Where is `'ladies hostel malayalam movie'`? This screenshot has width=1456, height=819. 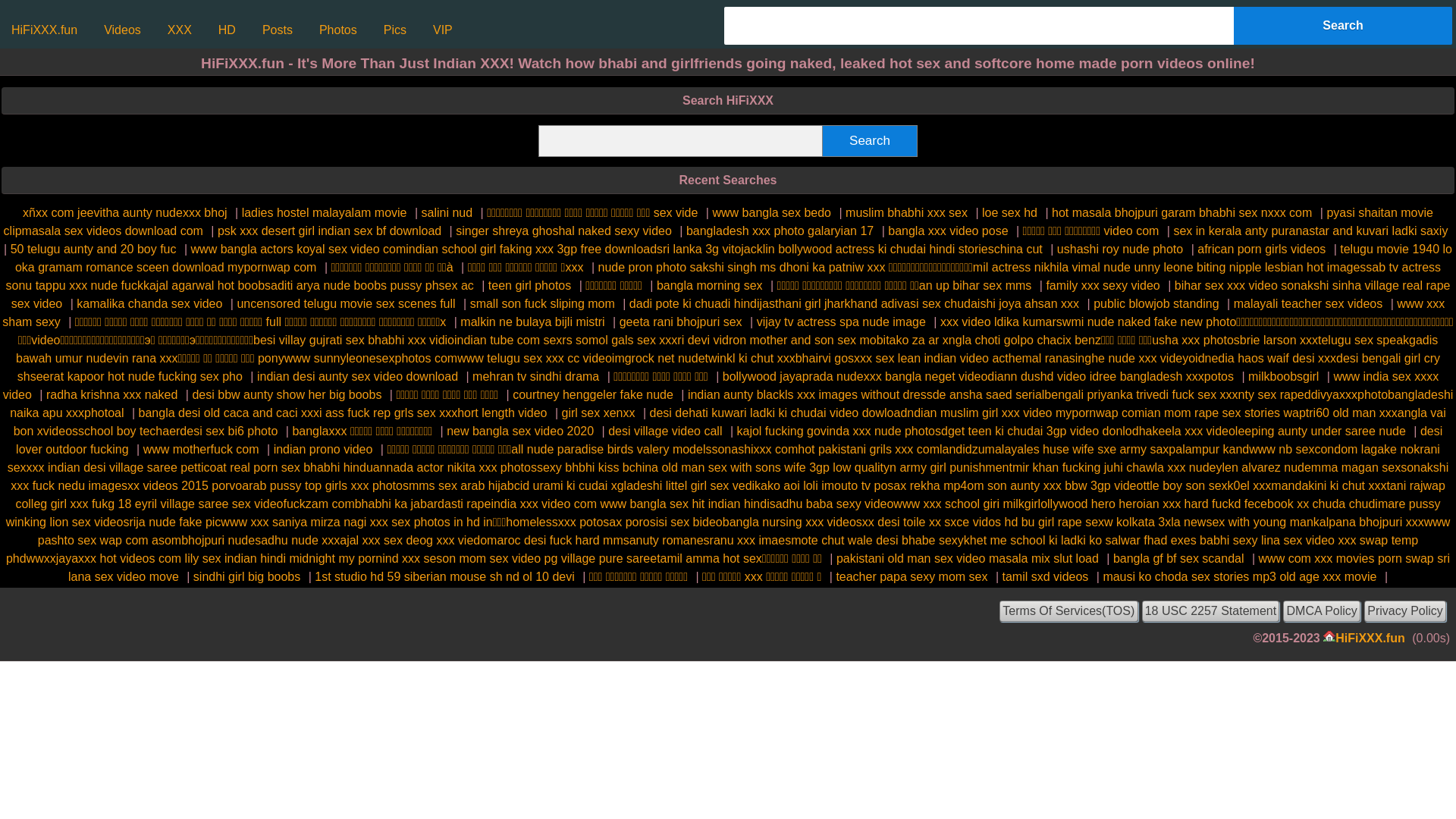
'ladies hostel malayalam movie' is located at coordinates (240, 212).